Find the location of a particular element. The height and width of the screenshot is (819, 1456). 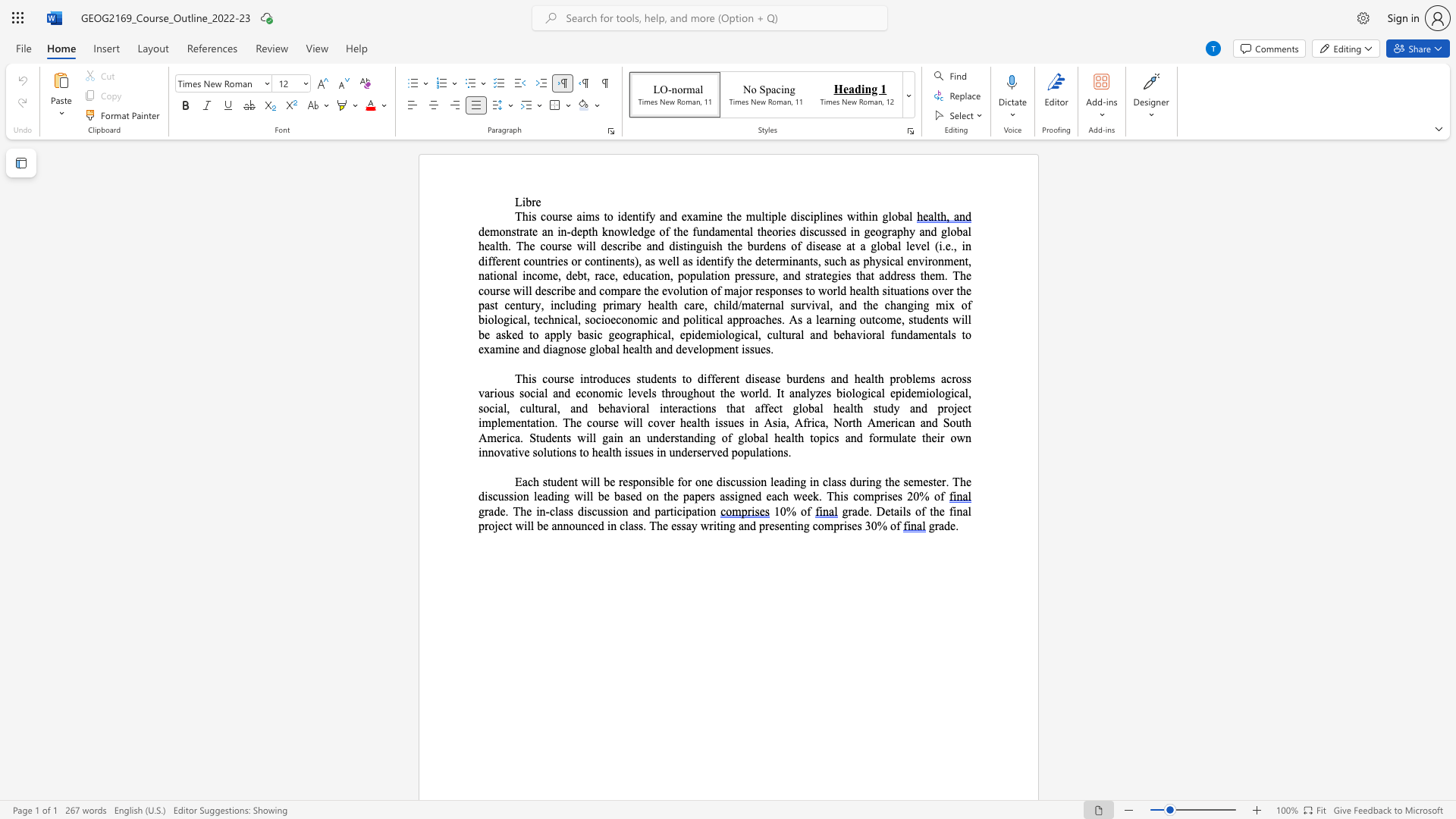

the 15th character "n" in the text is located at coordinates (755, 422).